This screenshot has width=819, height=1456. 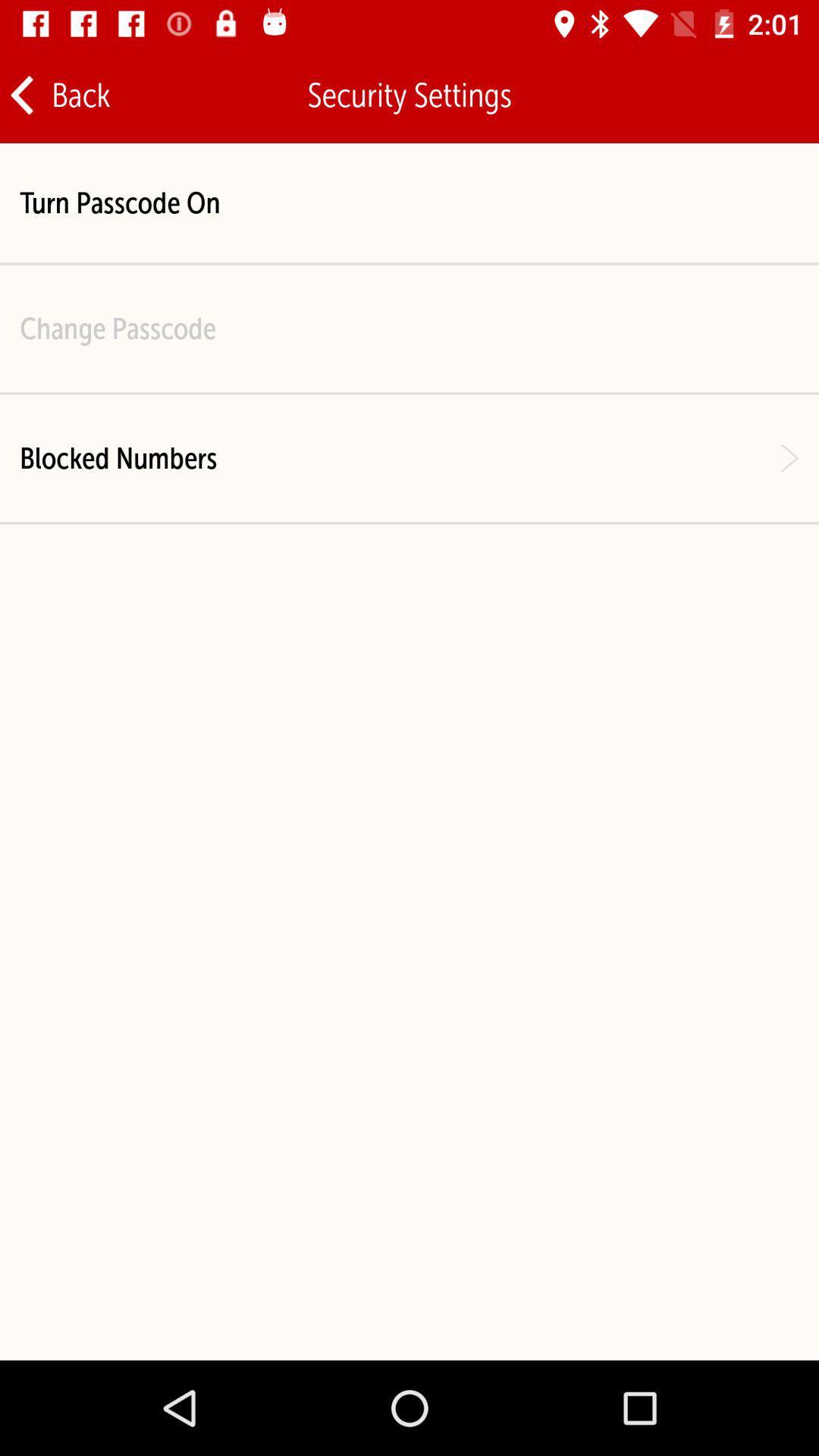 What do you see at coordinates (119, 202) in the screenshot?
I see `item below the back item` at bounding box center [119, 202].